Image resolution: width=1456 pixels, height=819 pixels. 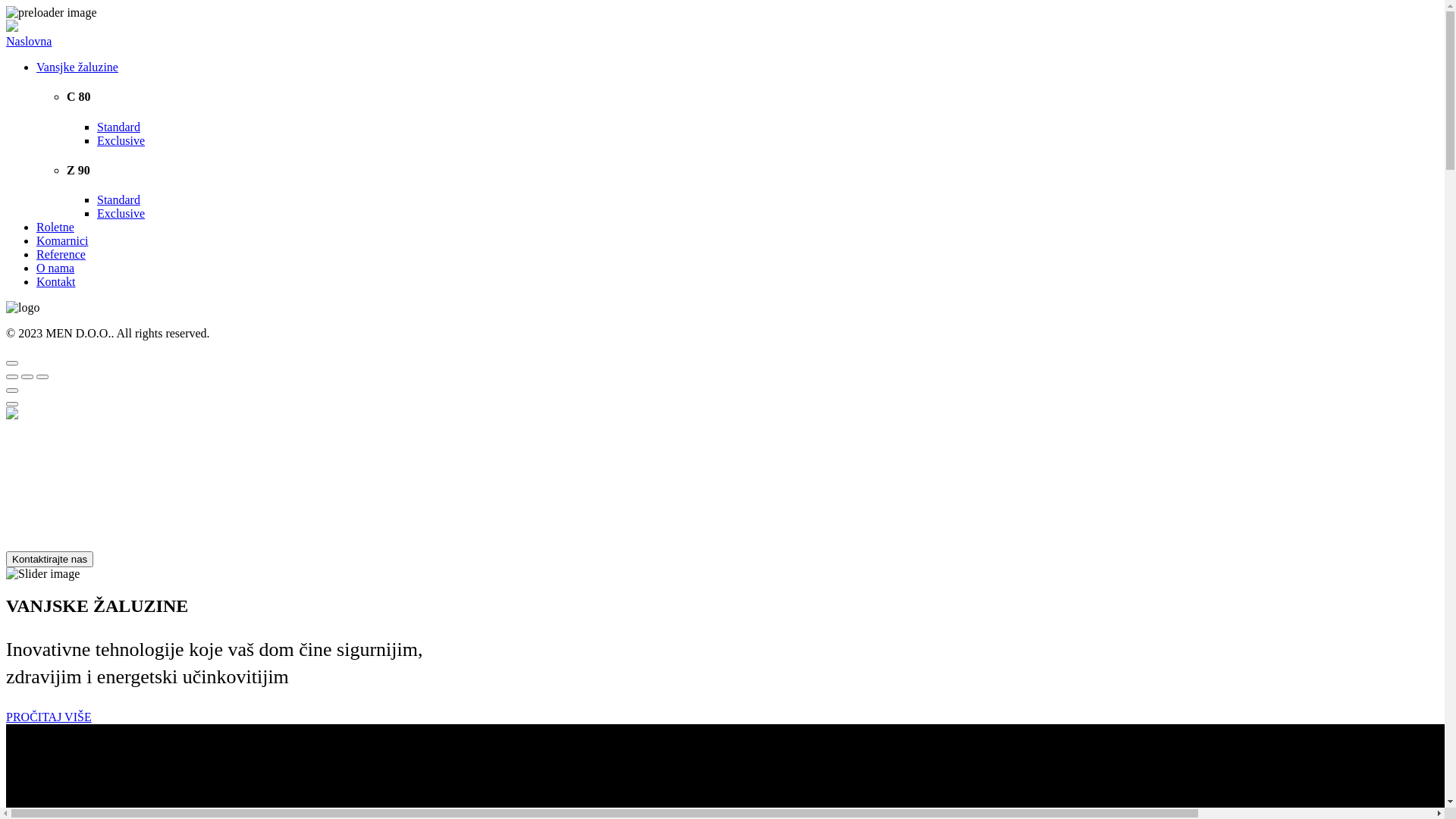 I want to click on 'O nama', so click(x=36, y=267).